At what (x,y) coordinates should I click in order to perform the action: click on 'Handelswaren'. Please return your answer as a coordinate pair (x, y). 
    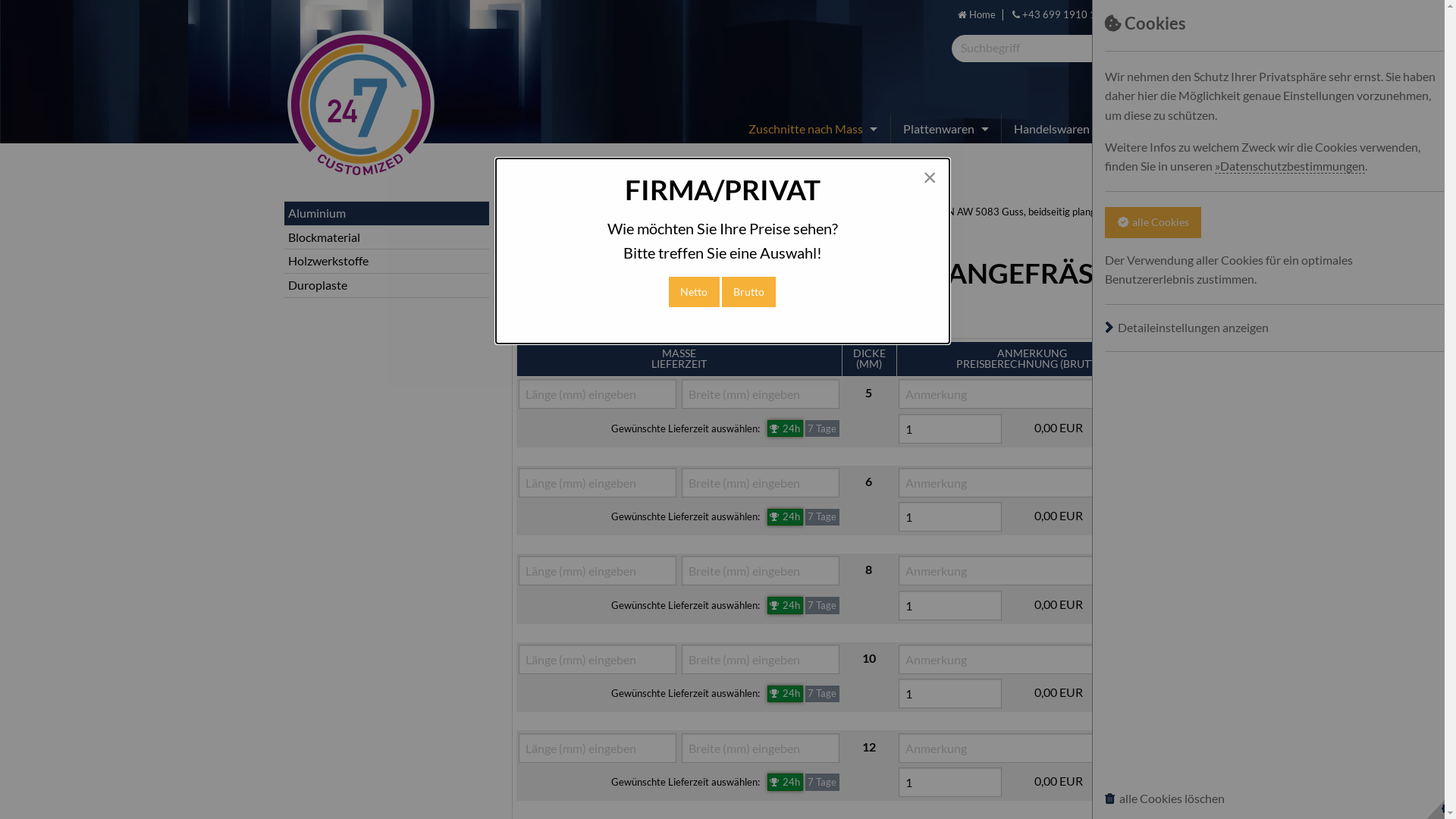
    Looking at the image, I should click on (1054, 127).